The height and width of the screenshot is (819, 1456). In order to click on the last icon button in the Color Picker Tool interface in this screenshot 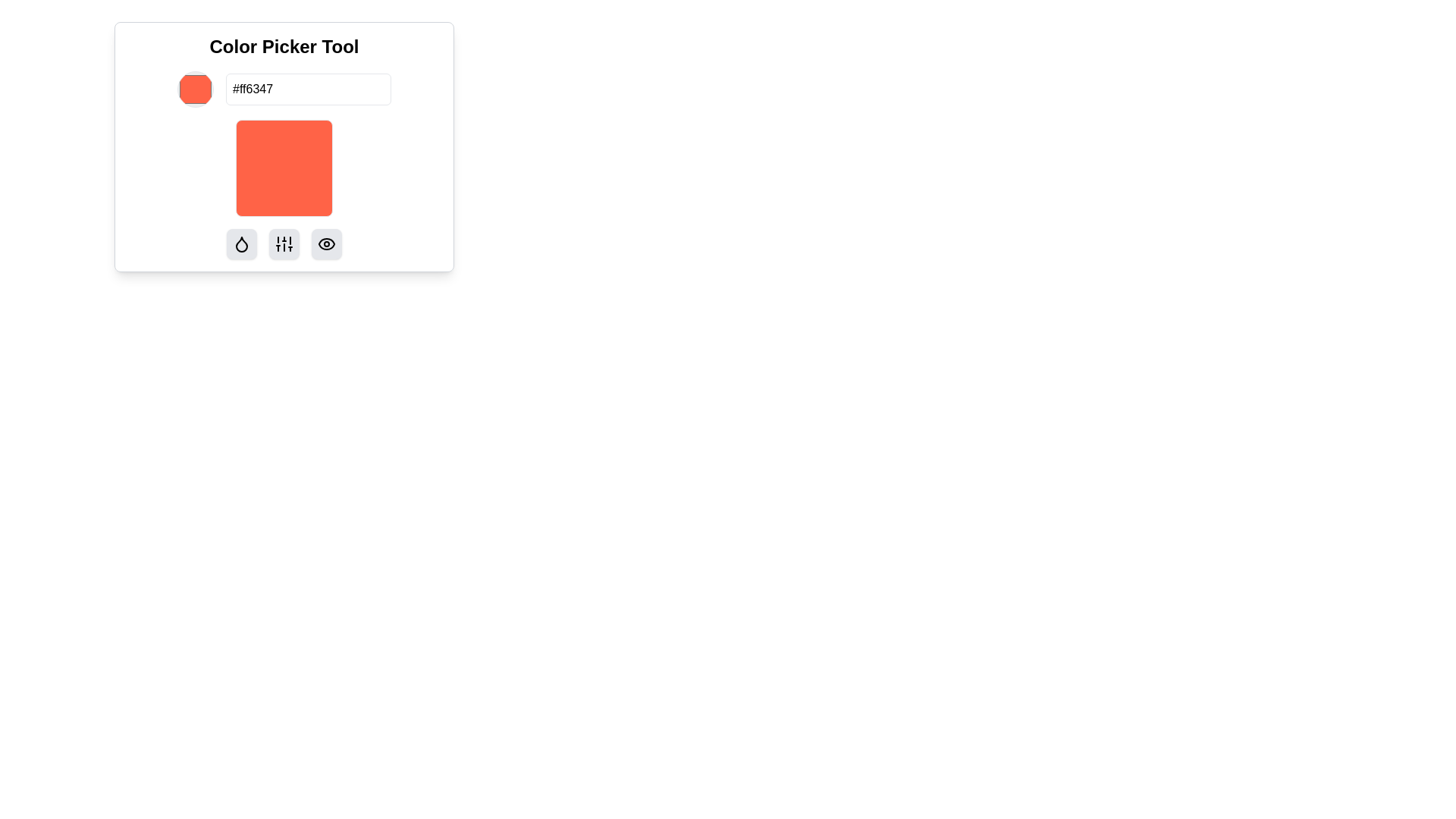, I will do `click(326, 243)`.